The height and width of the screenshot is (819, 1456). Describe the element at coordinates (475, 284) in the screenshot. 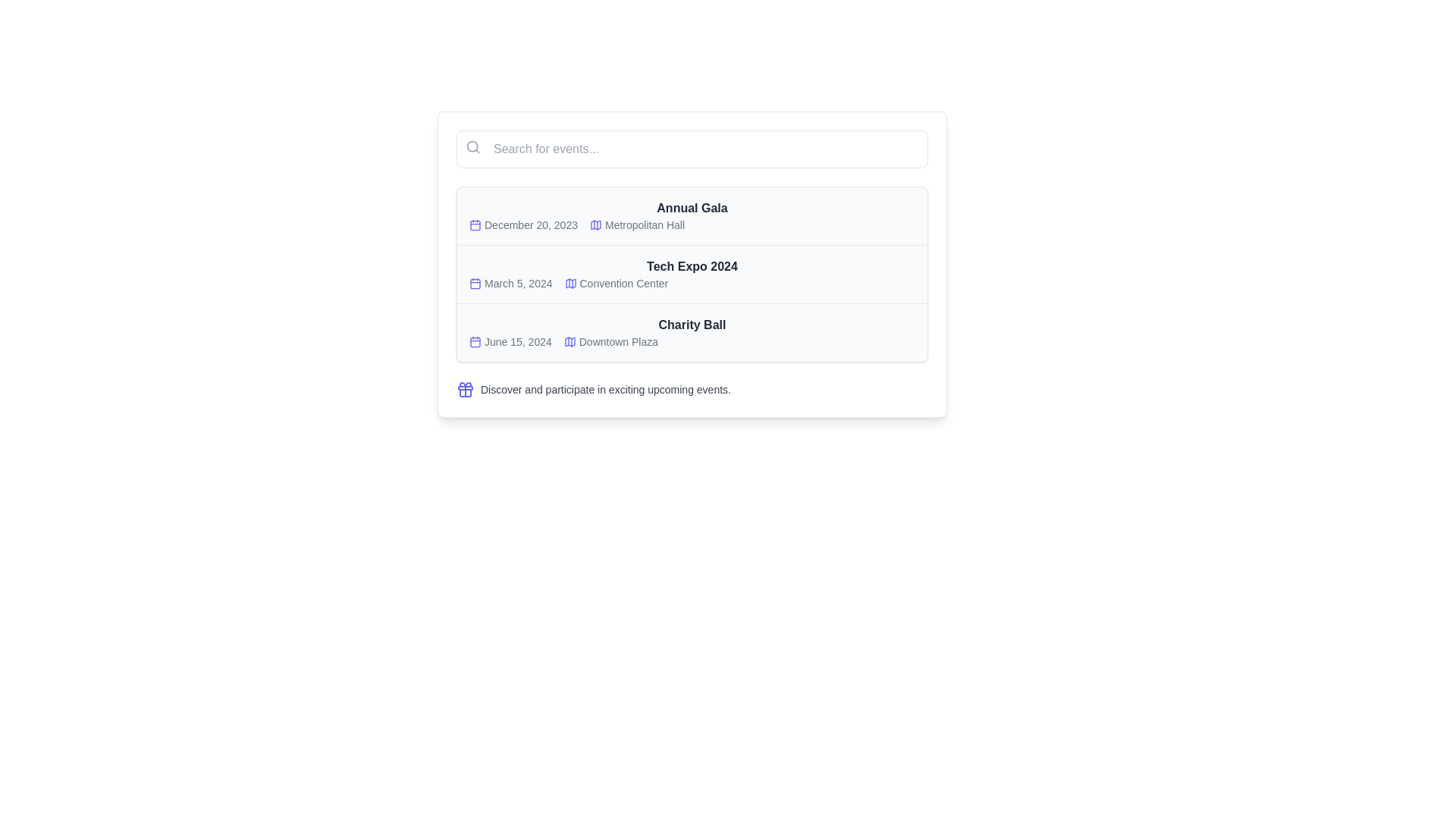

I see `the calendar icon located to the left of the date 'March 5, 2024' under 'Tech Expo 2024'` at that location.